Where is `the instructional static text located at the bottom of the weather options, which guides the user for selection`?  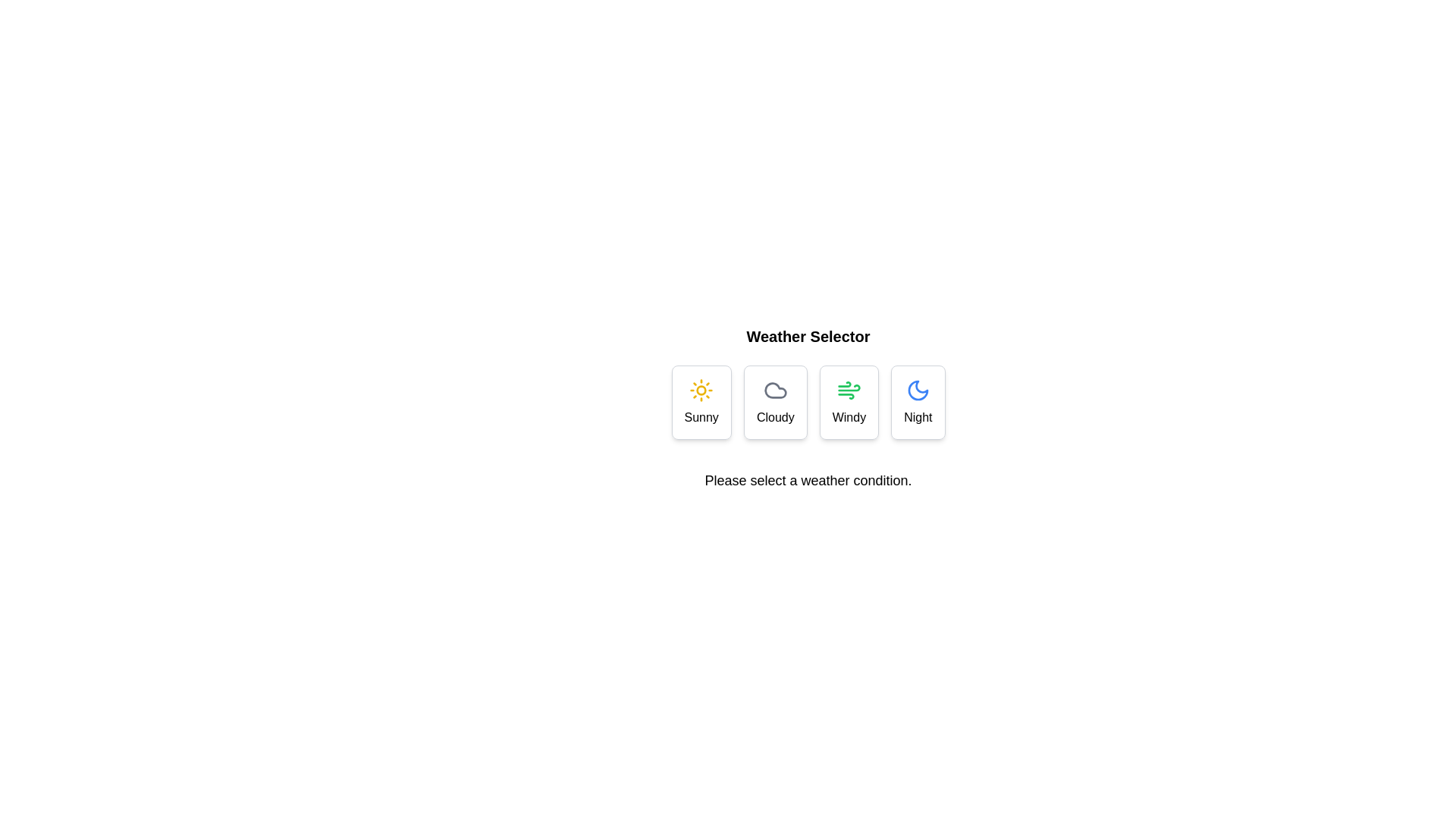 the instructional static text located at the bottom of the weather options, which guides the user for selection is located at coordinates (807, 480).